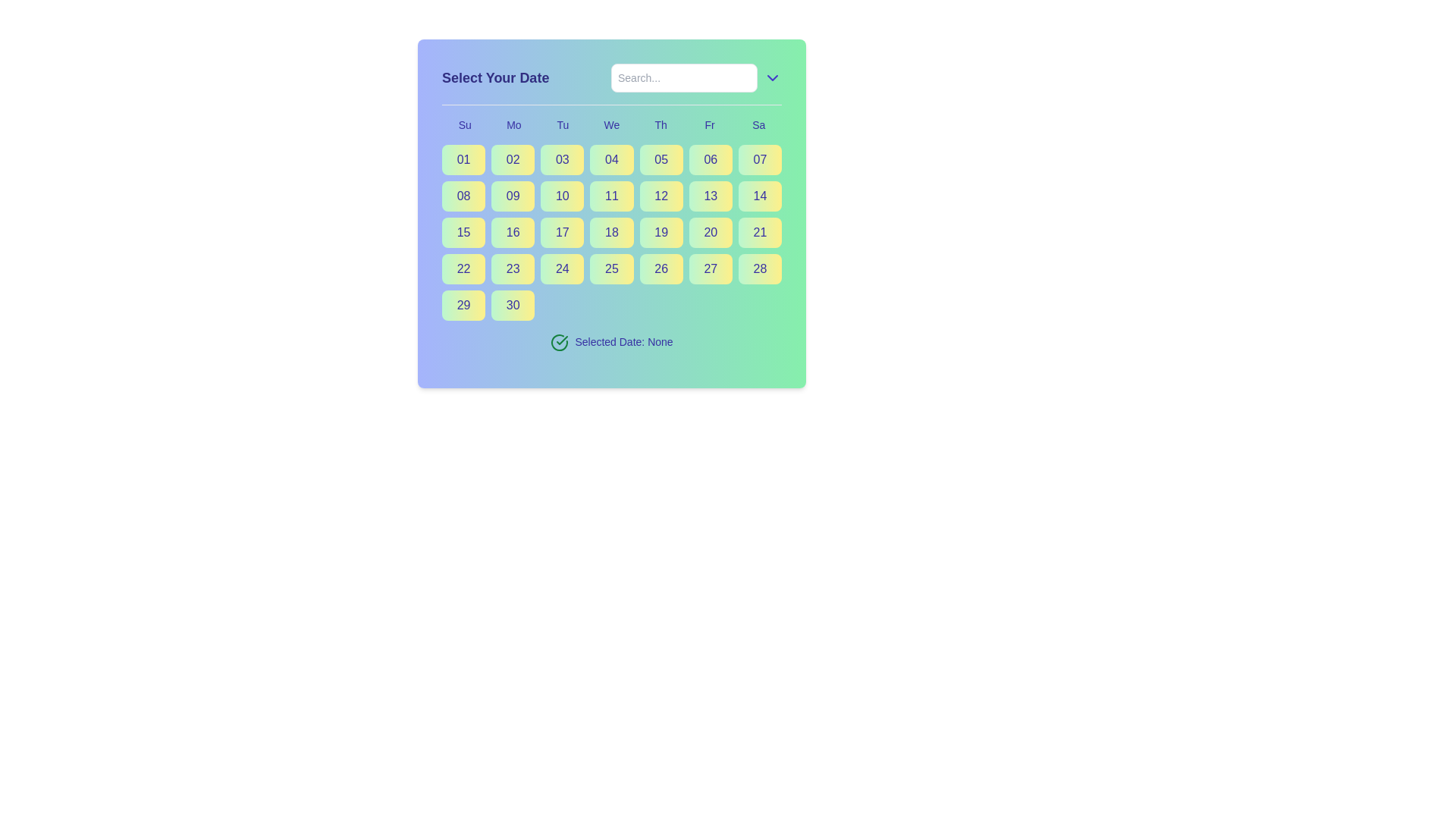 The height and width of the screenshot is (819, 1456). What do you see at coordinates (611, 268) in the screenshot?
I see `the rounded rectangular button labeled '25' with a gradient background transitioning from green to yellow, located in the fourth row and fourth column of the calendar layout` at bounding box center [611, 268].